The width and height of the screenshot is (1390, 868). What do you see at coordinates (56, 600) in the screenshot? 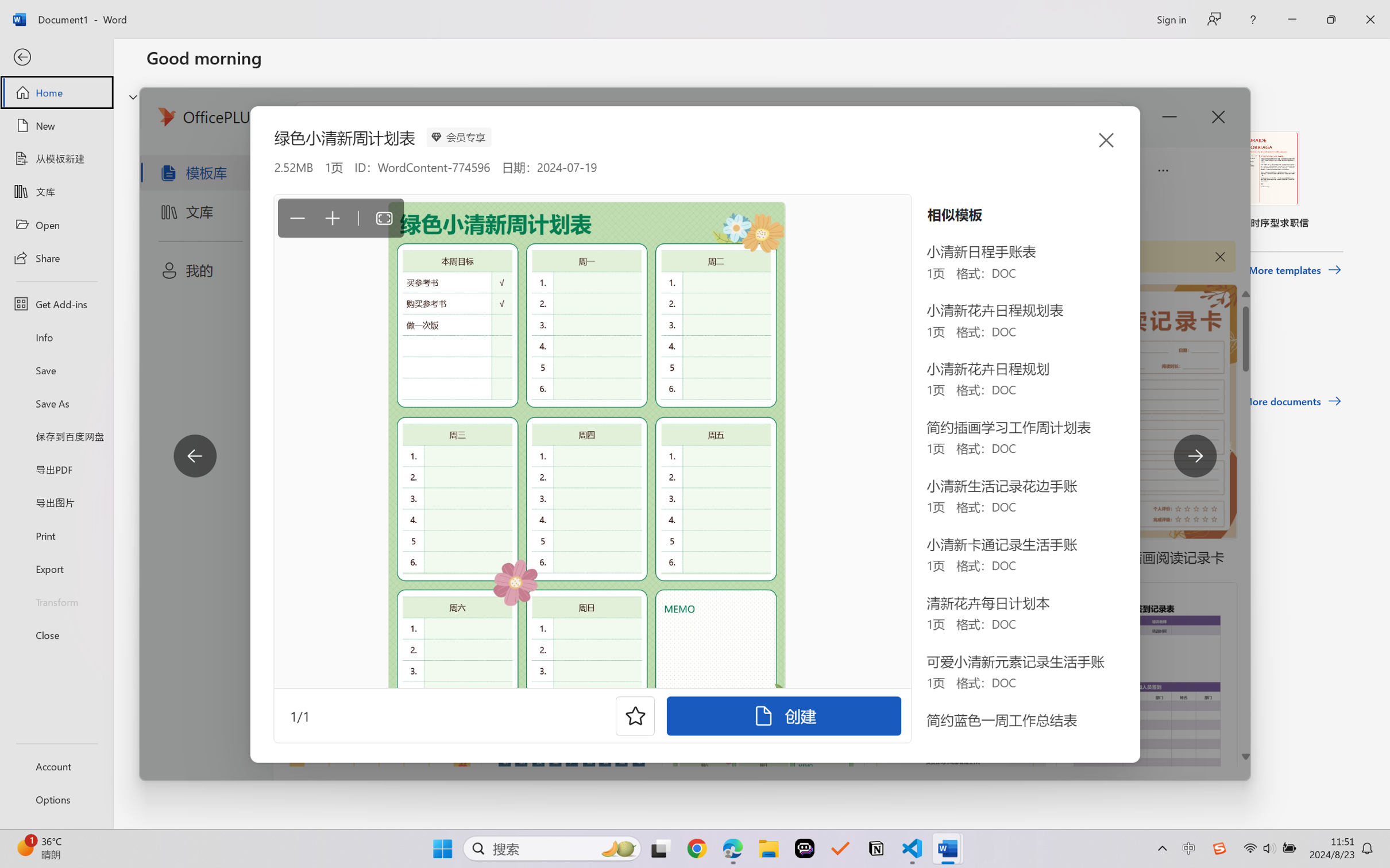
I see `'Transform'` at bounding box center [56, 600].